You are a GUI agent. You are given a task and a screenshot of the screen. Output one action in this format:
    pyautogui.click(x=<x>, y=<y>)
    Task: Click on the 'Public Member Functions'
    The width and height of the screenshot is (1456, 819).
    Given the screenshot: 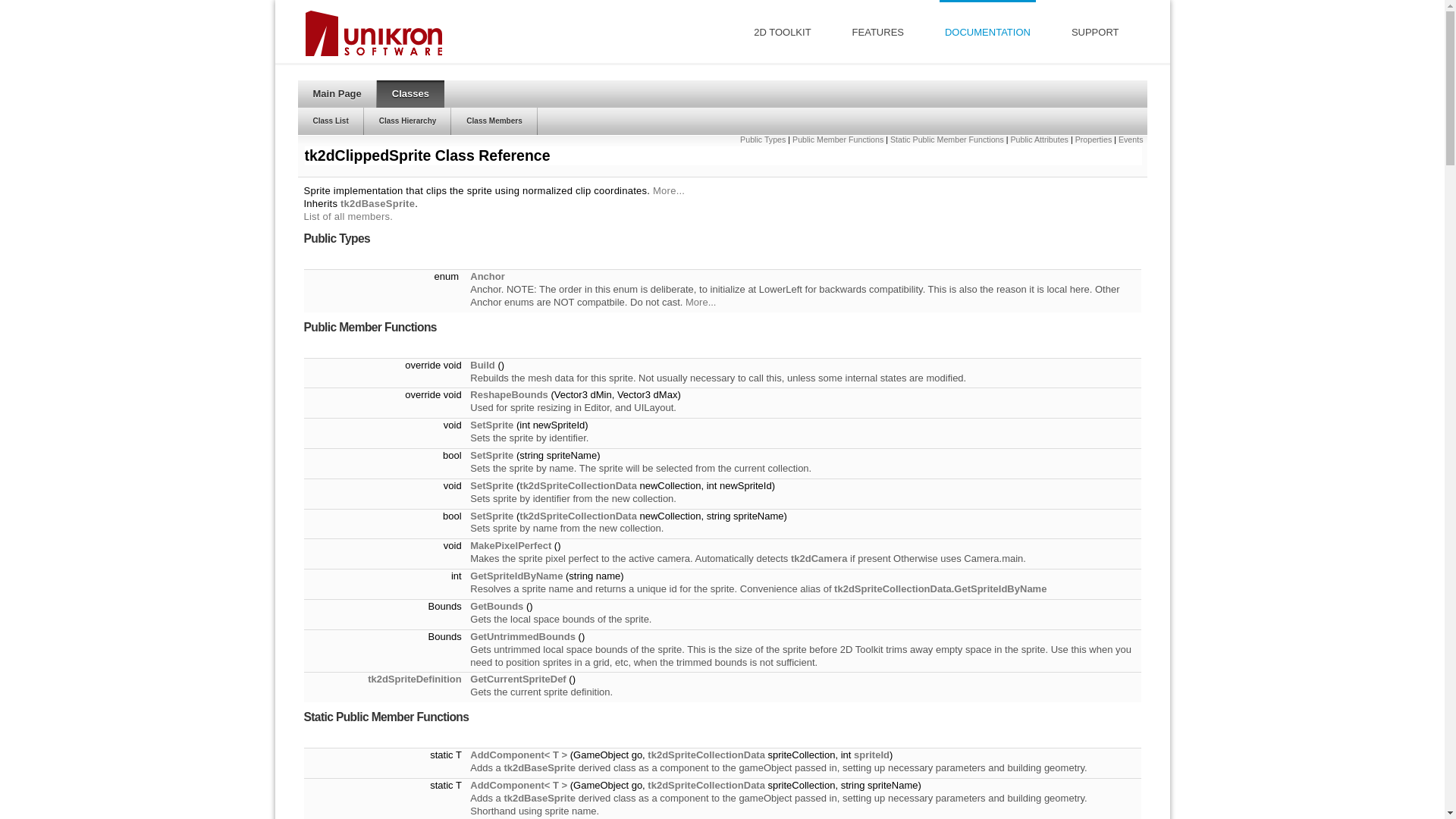 What is the action you would take?
    pyautogui.click(x=836, y=140)
    